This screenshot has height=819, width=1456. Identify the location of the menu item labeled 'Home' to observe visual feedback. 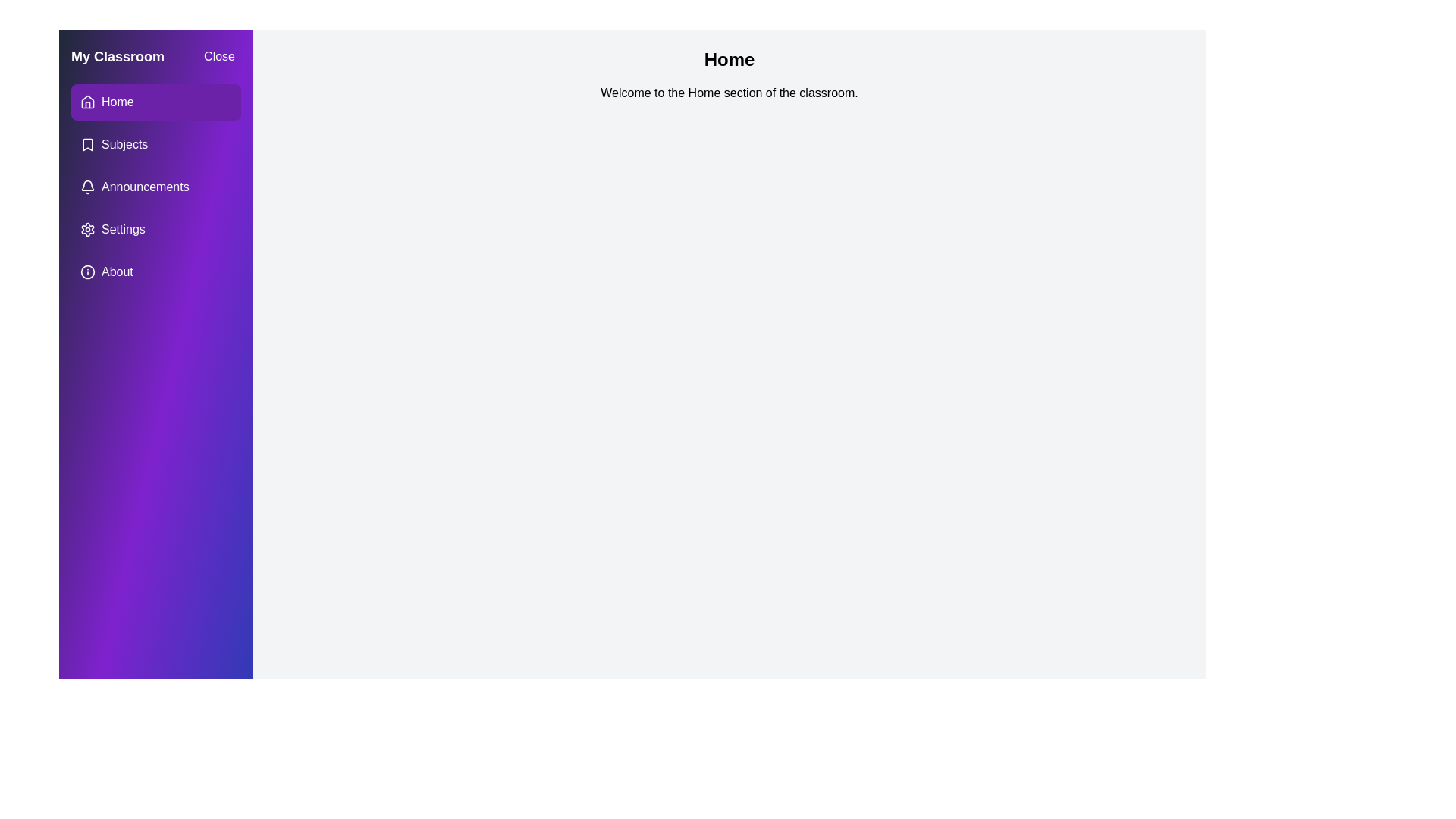
(156, 102).